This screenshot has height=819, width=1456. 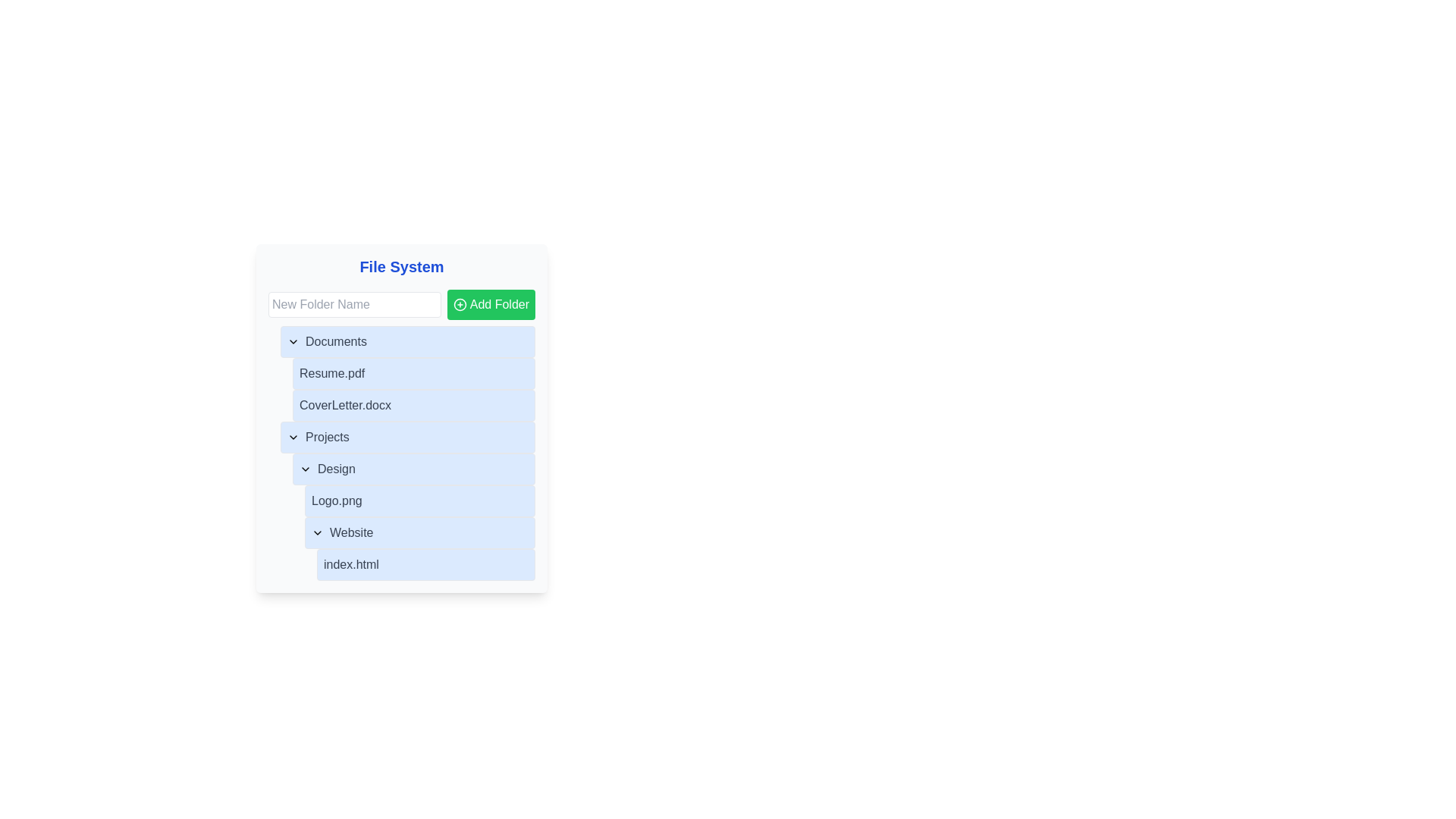 I want to click on the Dropdown toggle icon (chevron) located in the 'Projects' section, so click(x=296, y=438).